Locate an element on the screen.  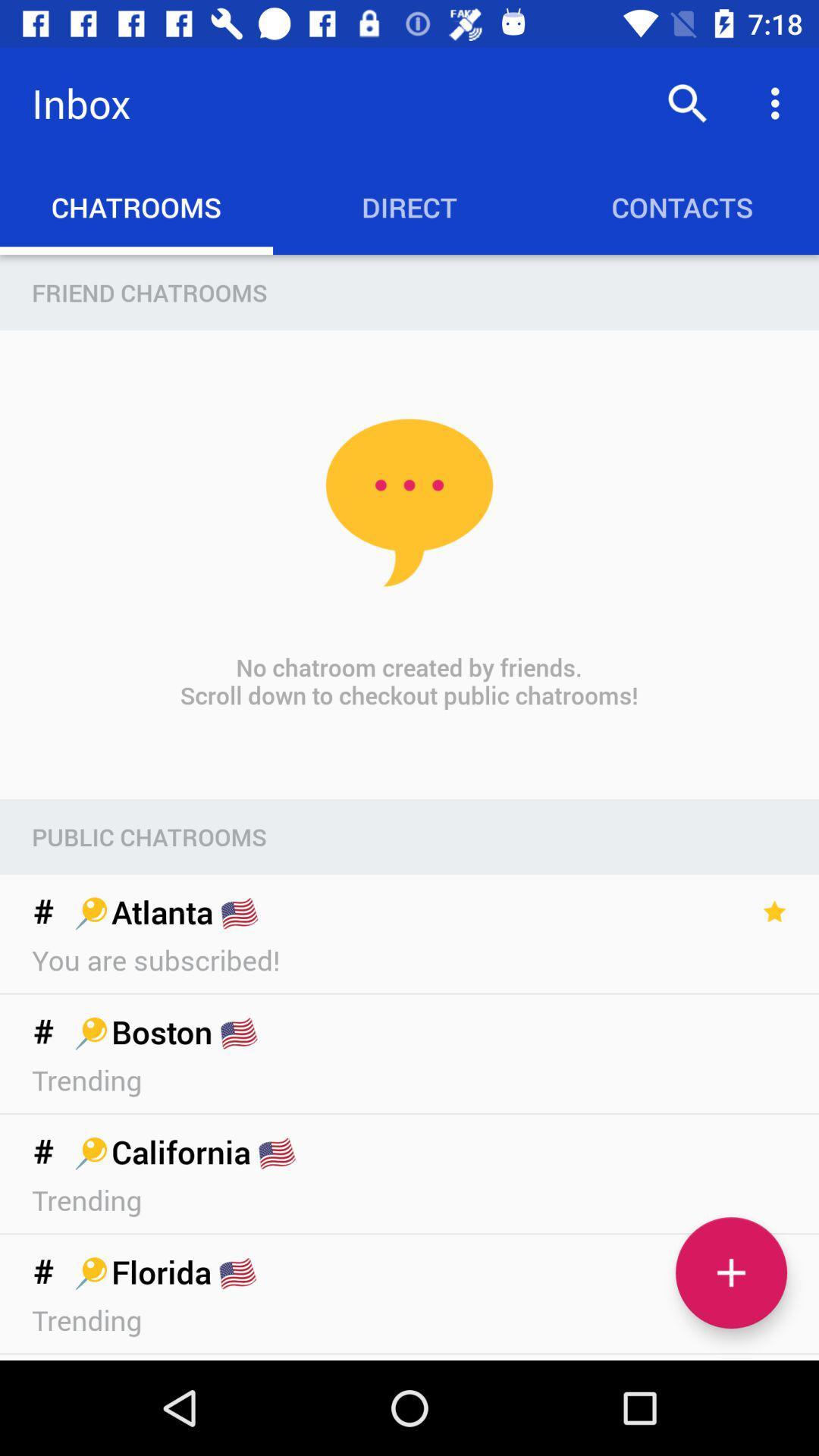
the icon at the bottom right corner is located at coordinates (730, 1272).